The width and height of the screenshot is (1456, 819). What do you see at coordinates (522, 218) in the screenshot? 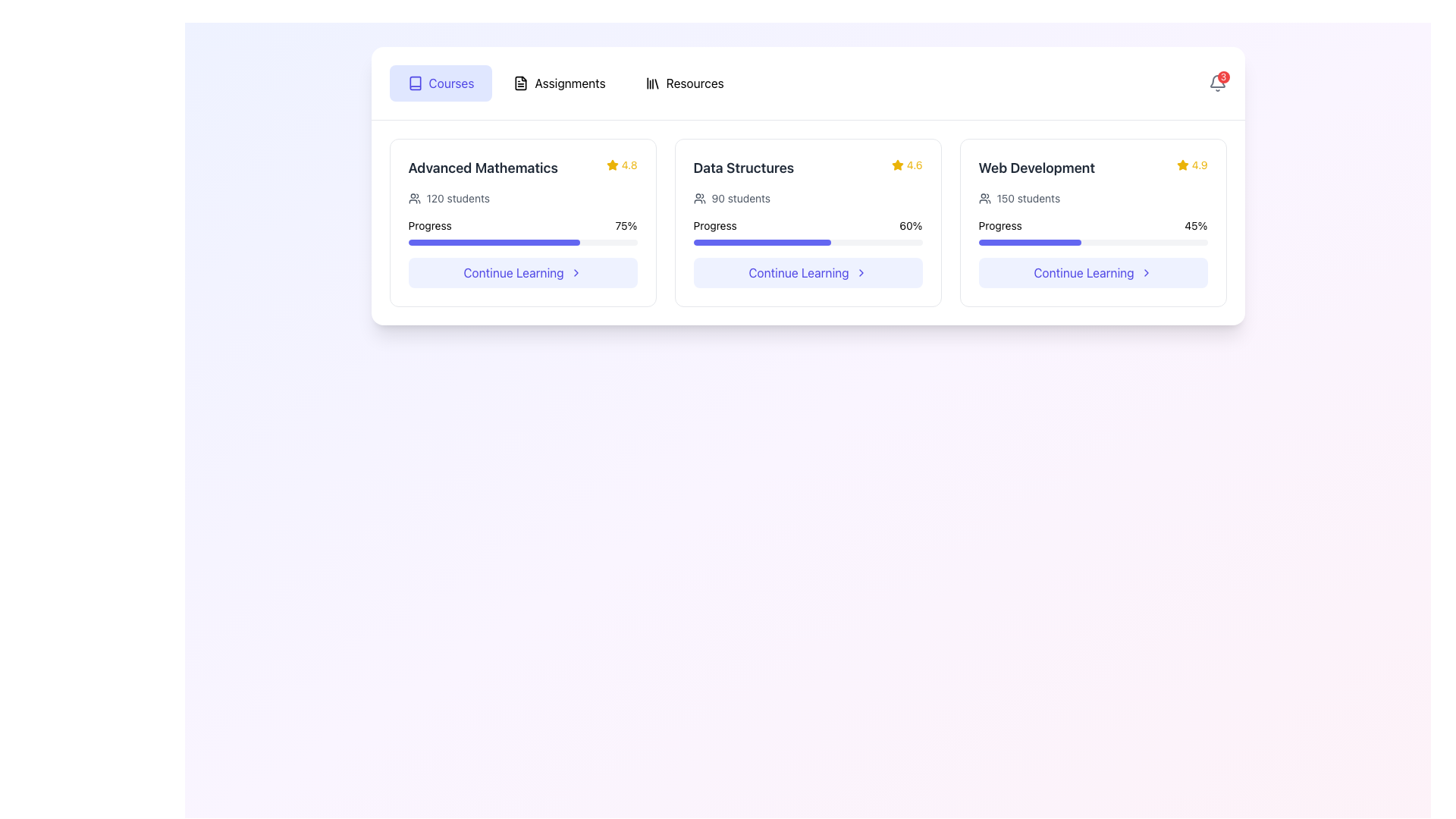
I see `displayed information from the progress bar and numeric display in the 'Advanced Mathematics' course overview, located in the middle section of the card` at bounding box center [522, 218].